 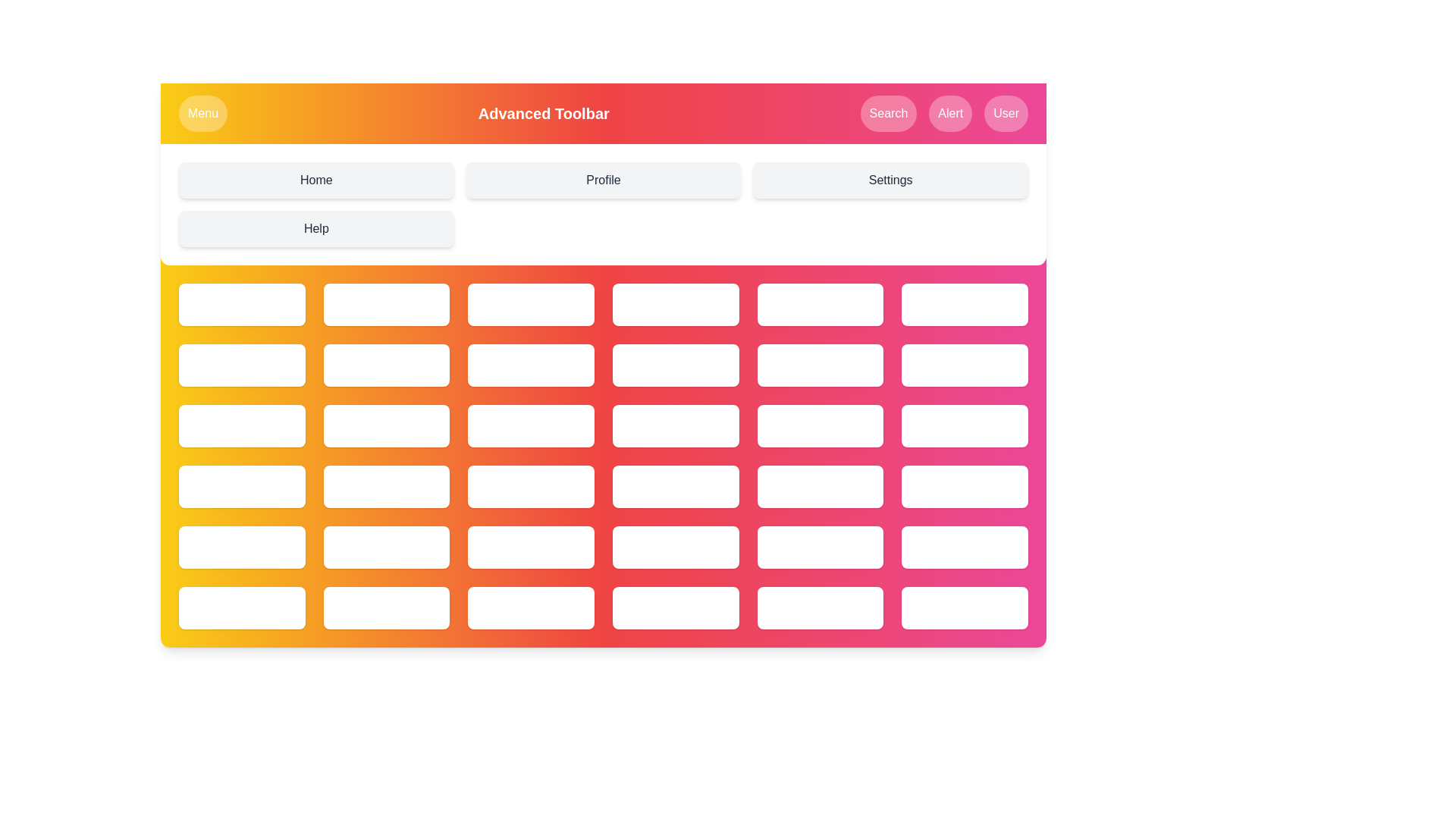 I want to click on the User button in the navigation bar, so click(x=1006, y=113).